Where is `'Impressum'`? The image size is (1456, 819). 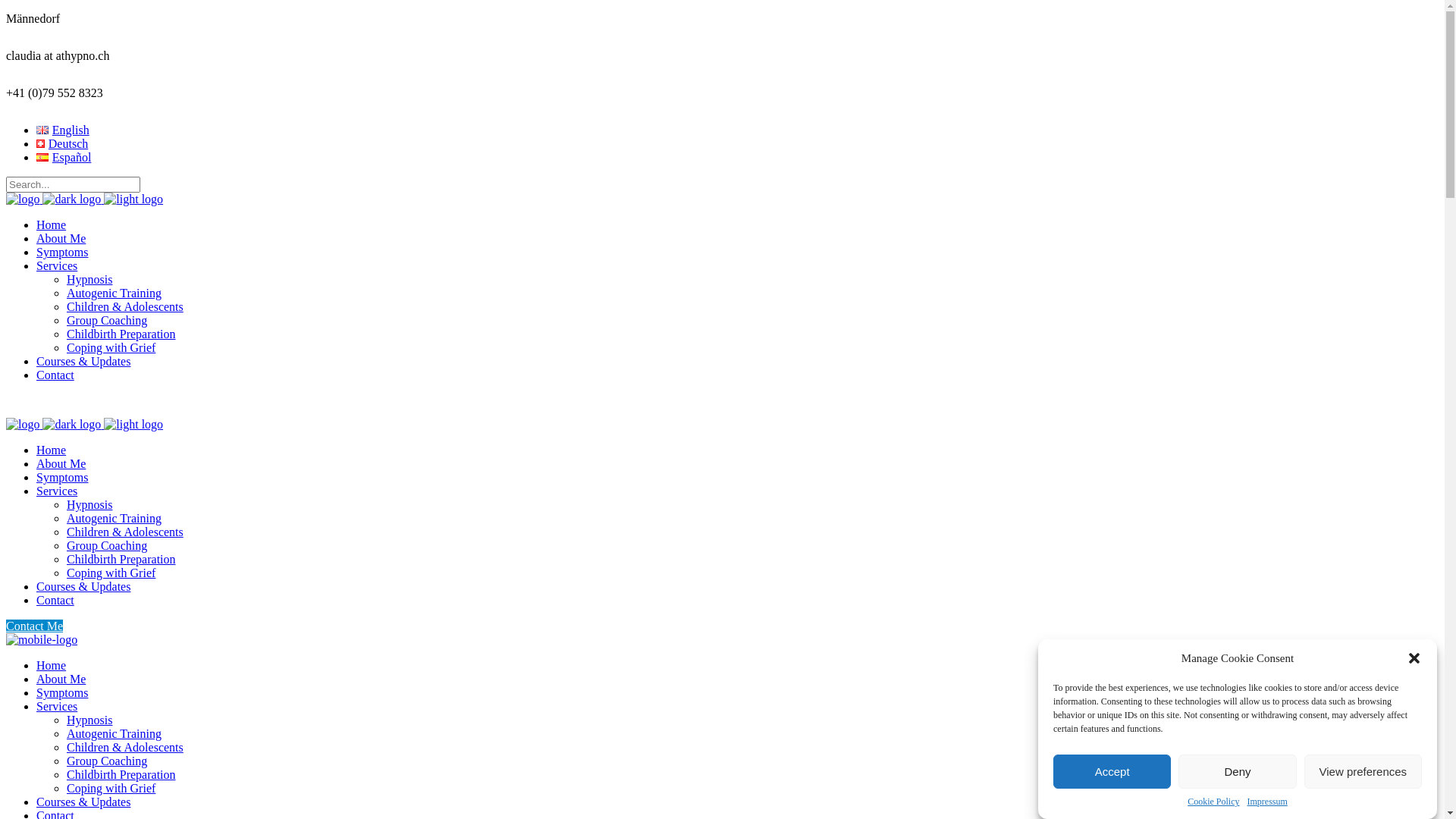
'Impressum' is located at coordinates (1246, 801).